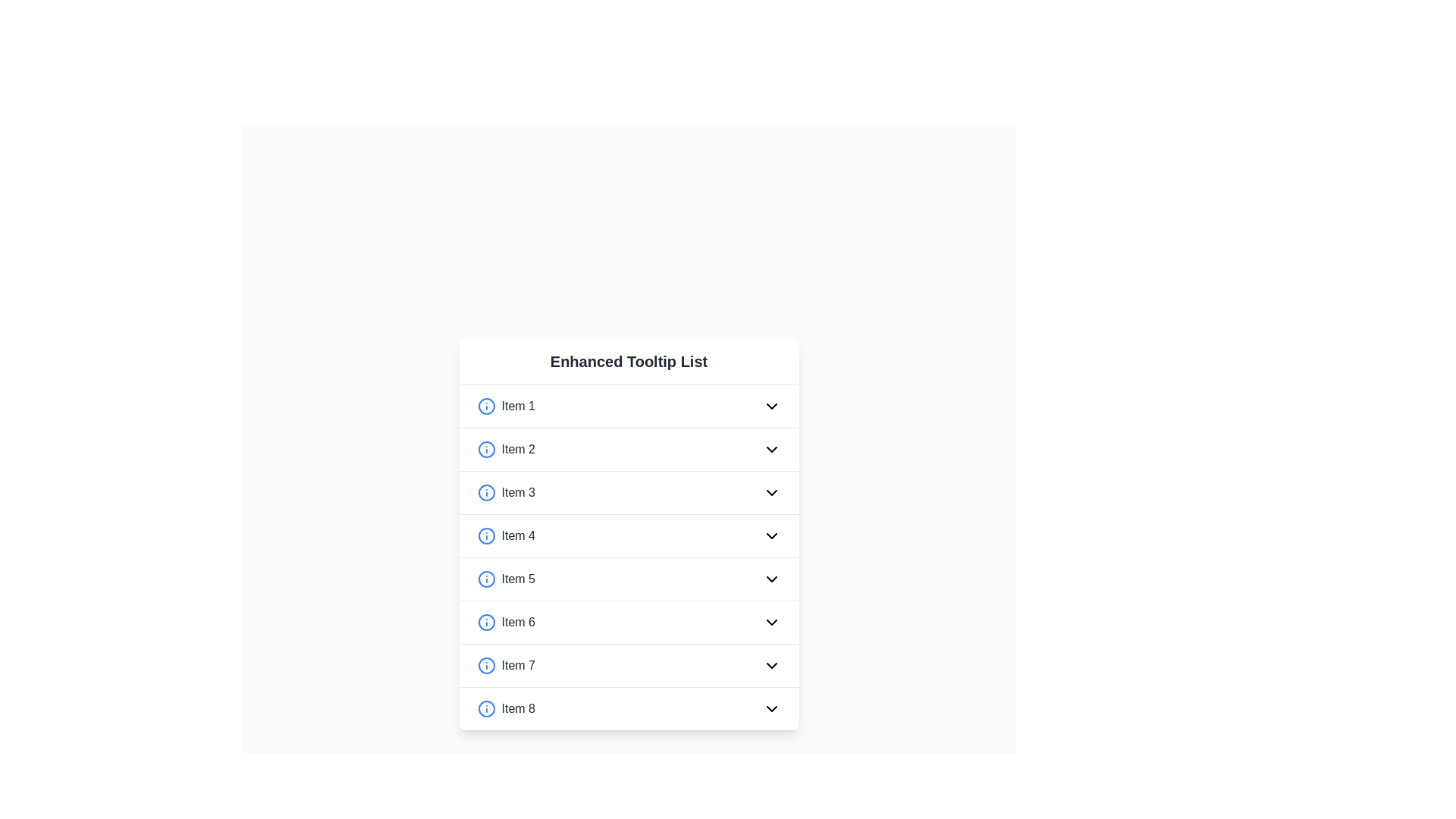  What do you see at coordinates (486, 406) in the screenshot?
I see `the circular outline graphical element with a blue stroke and no fill, which serves as the frame of the first item in the list next to 'Item 1'` at bounding box center [486, 406].